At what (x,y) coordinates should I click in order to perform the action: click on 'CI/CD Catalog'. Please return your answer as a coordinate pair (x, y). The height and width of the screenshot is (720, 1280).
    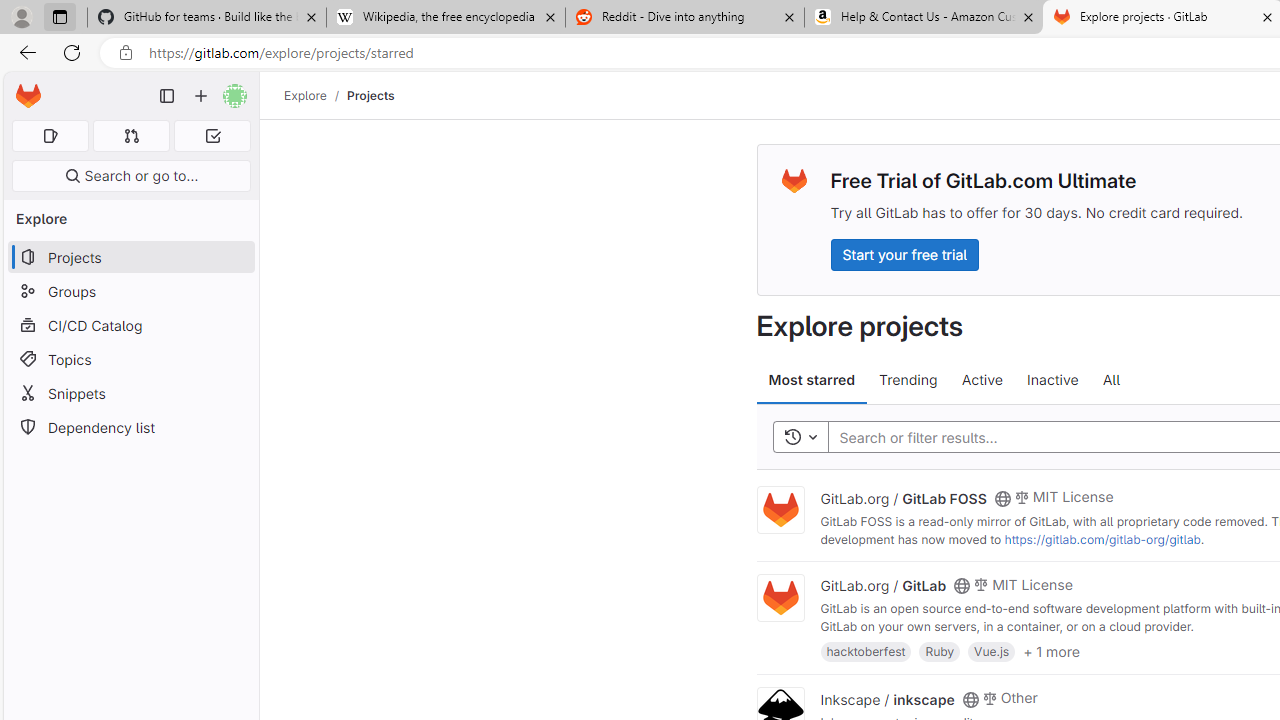
    Looking at the image, I should click on (130, 324).